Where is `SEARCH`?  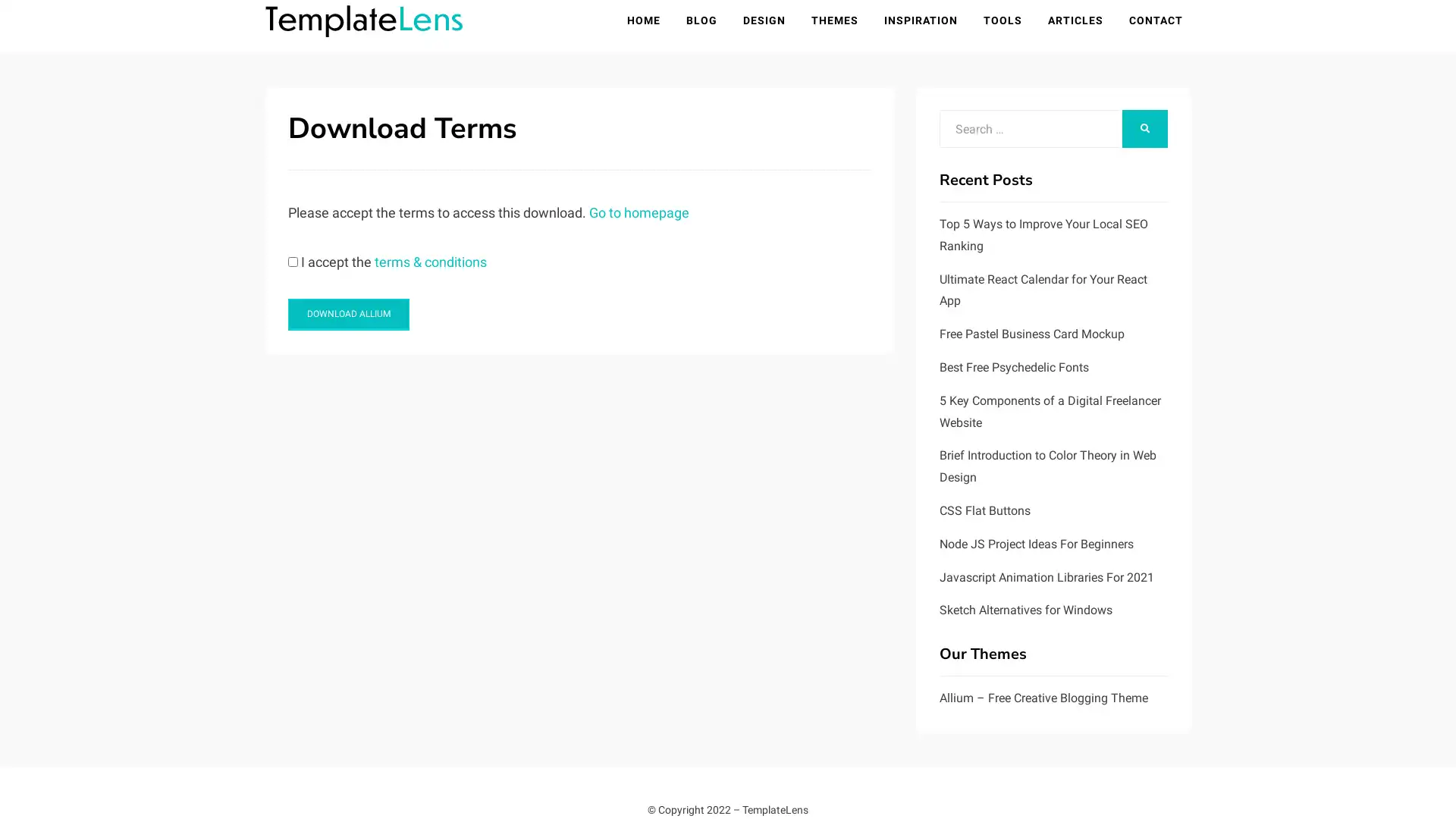 SEARCH is located at coordinates (1145, 130).